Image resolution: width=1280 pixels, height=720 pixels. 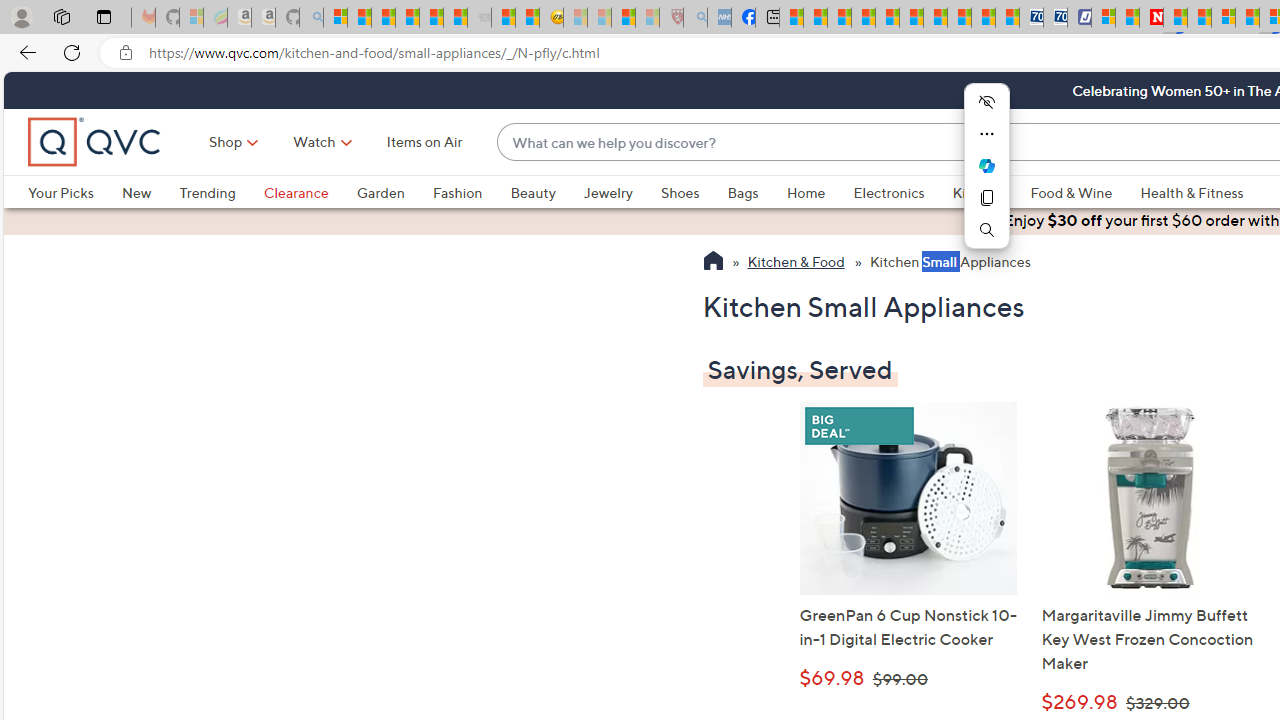 What do you see at coordinates (887, 192) in the screenshot?
I see `'Electronics'` at bounding box center [887, 192].